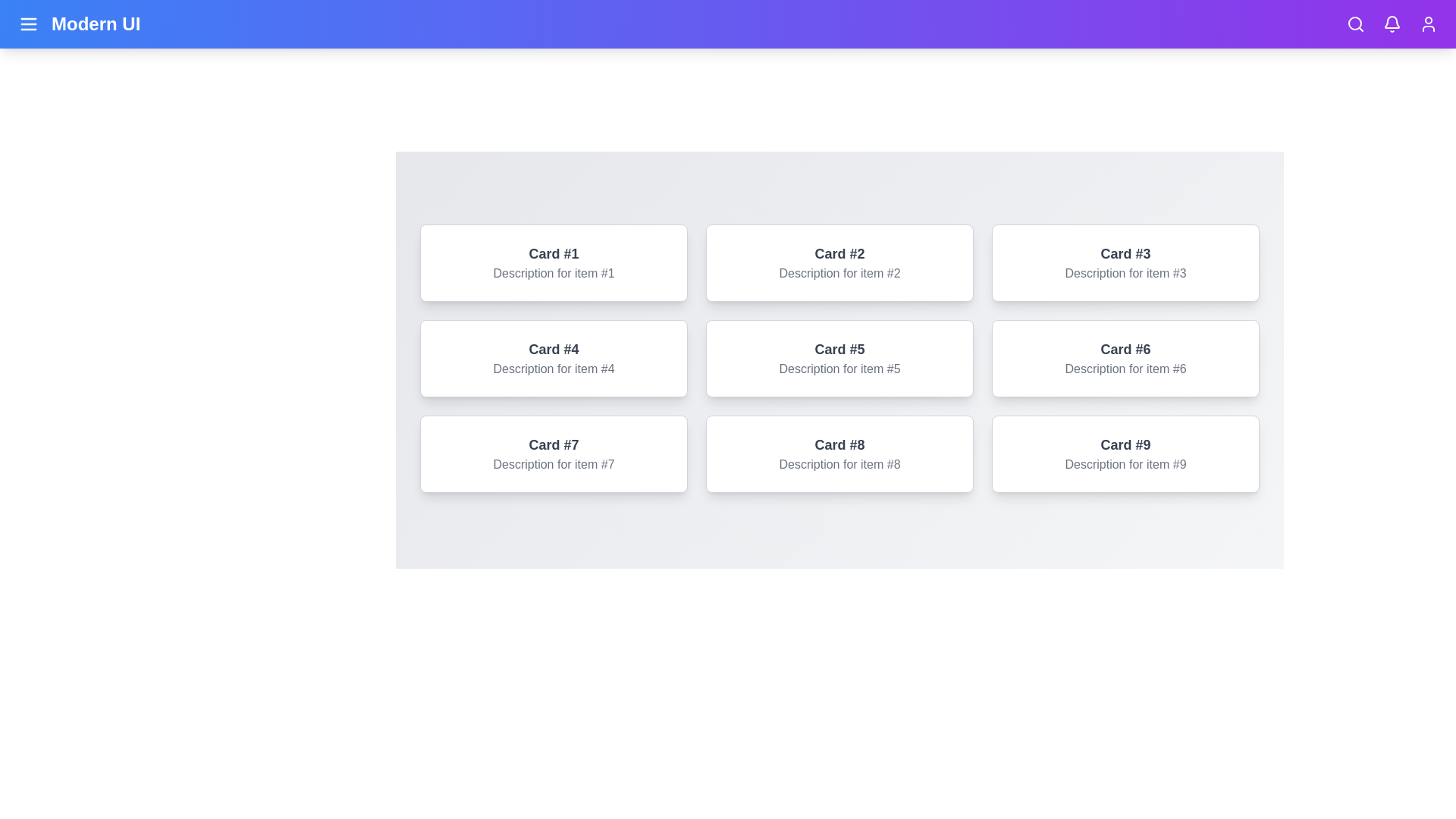 The width and height of the screenshot is (1456, 819). Describe the element at coordinates (1427, 24) in the screenshot. I see `the user icon in the navigation bar` at that location.